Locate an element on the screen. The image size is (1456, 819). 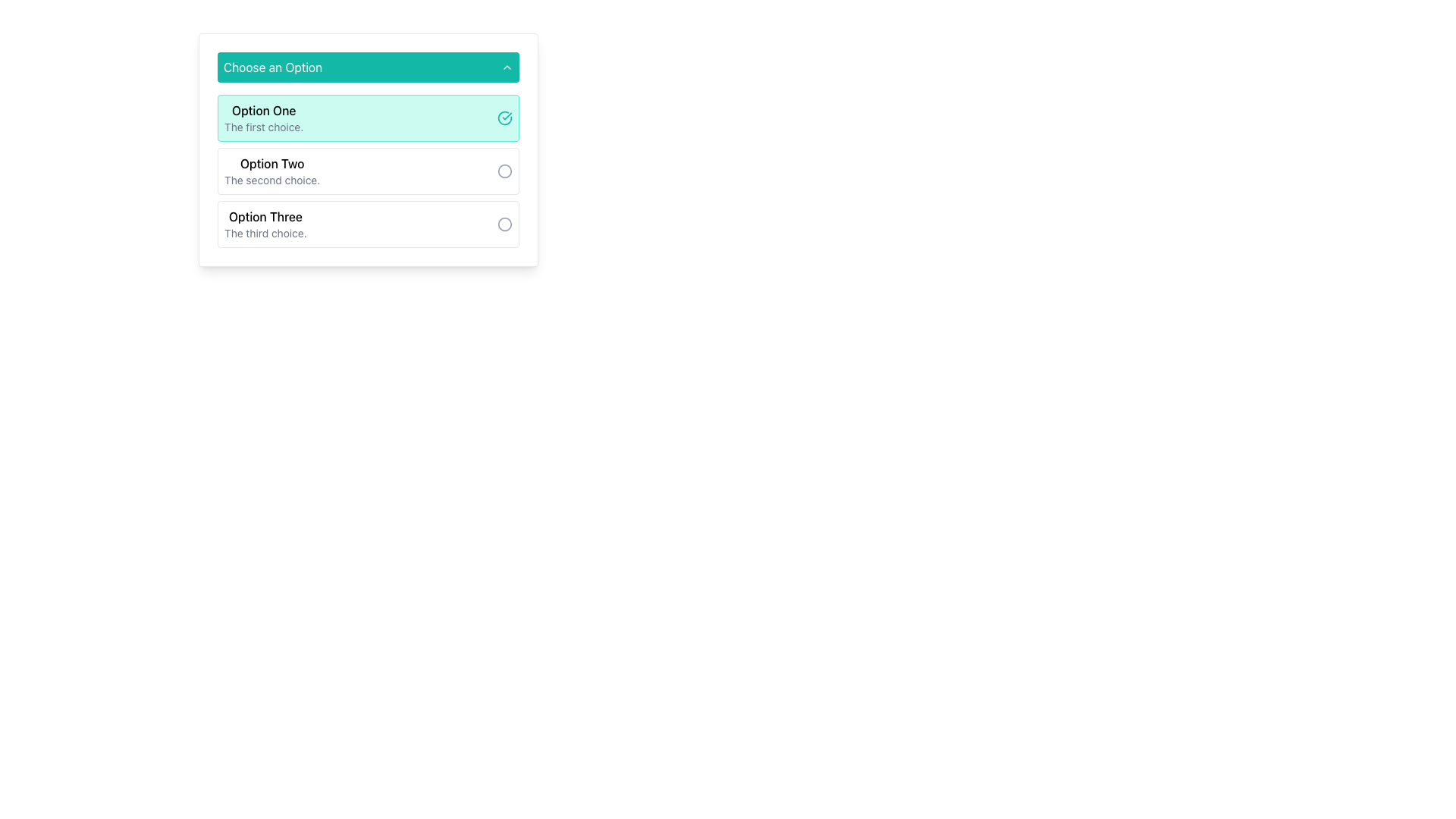
the descriptive text element that provides additional information about 'Option Three', located beneath the 'Option Three' label in the dropdown is located at coordinates (265, 234).